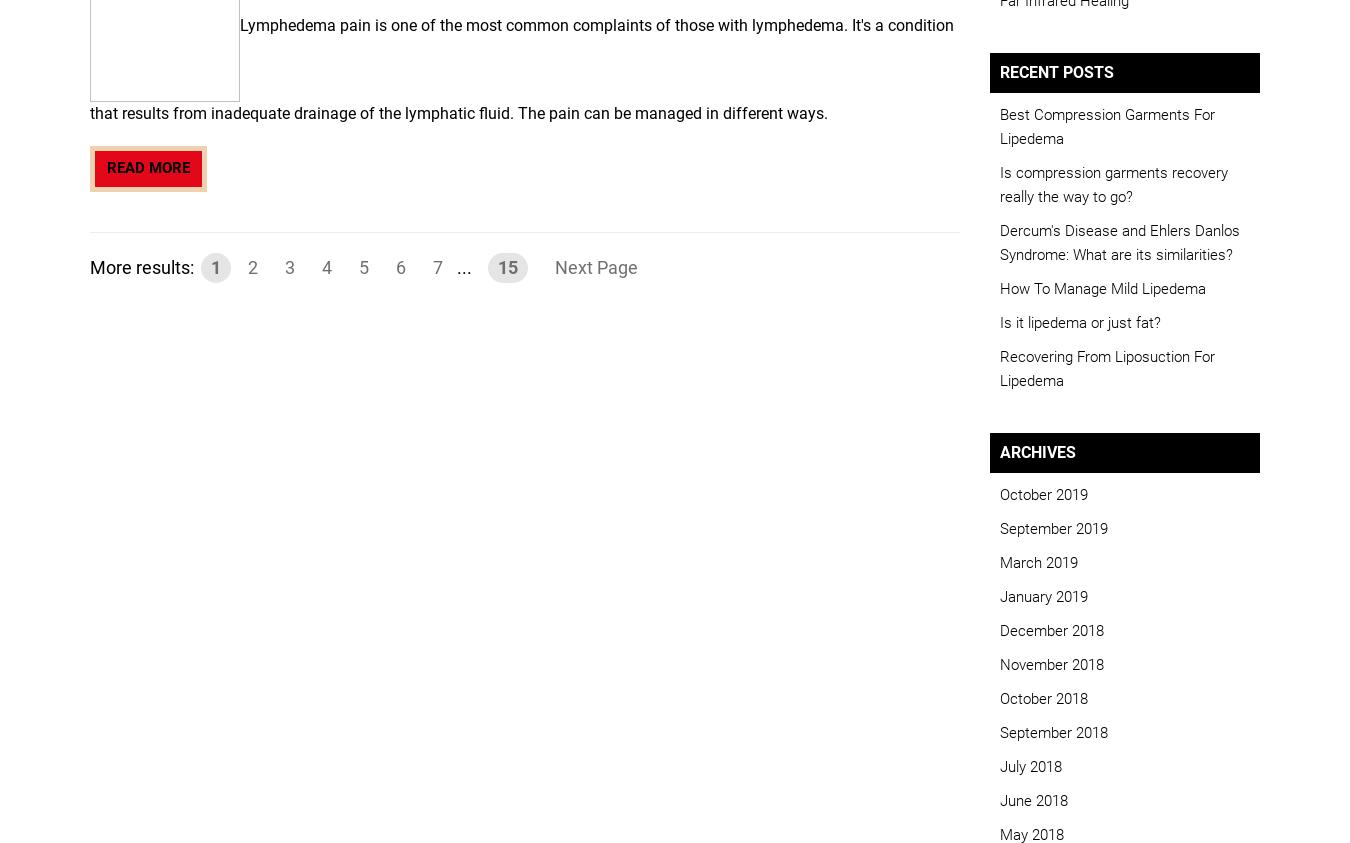 The image size is (1350, 843). Describe the element at coordinates (251, 266) in the screenshot. I see `'2'` at that location.